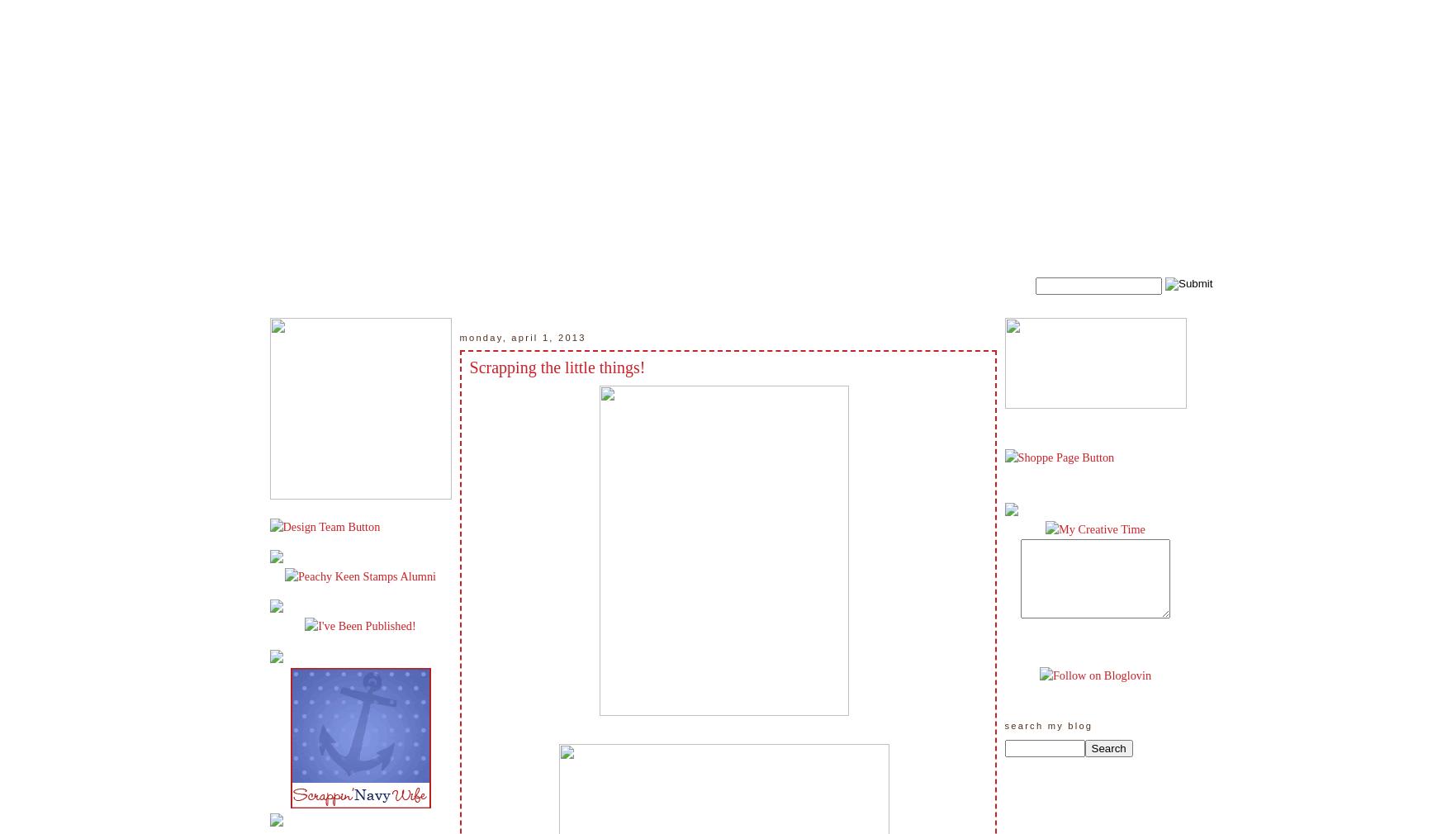  I want to click on 'Twitter', so click(1078, 8).